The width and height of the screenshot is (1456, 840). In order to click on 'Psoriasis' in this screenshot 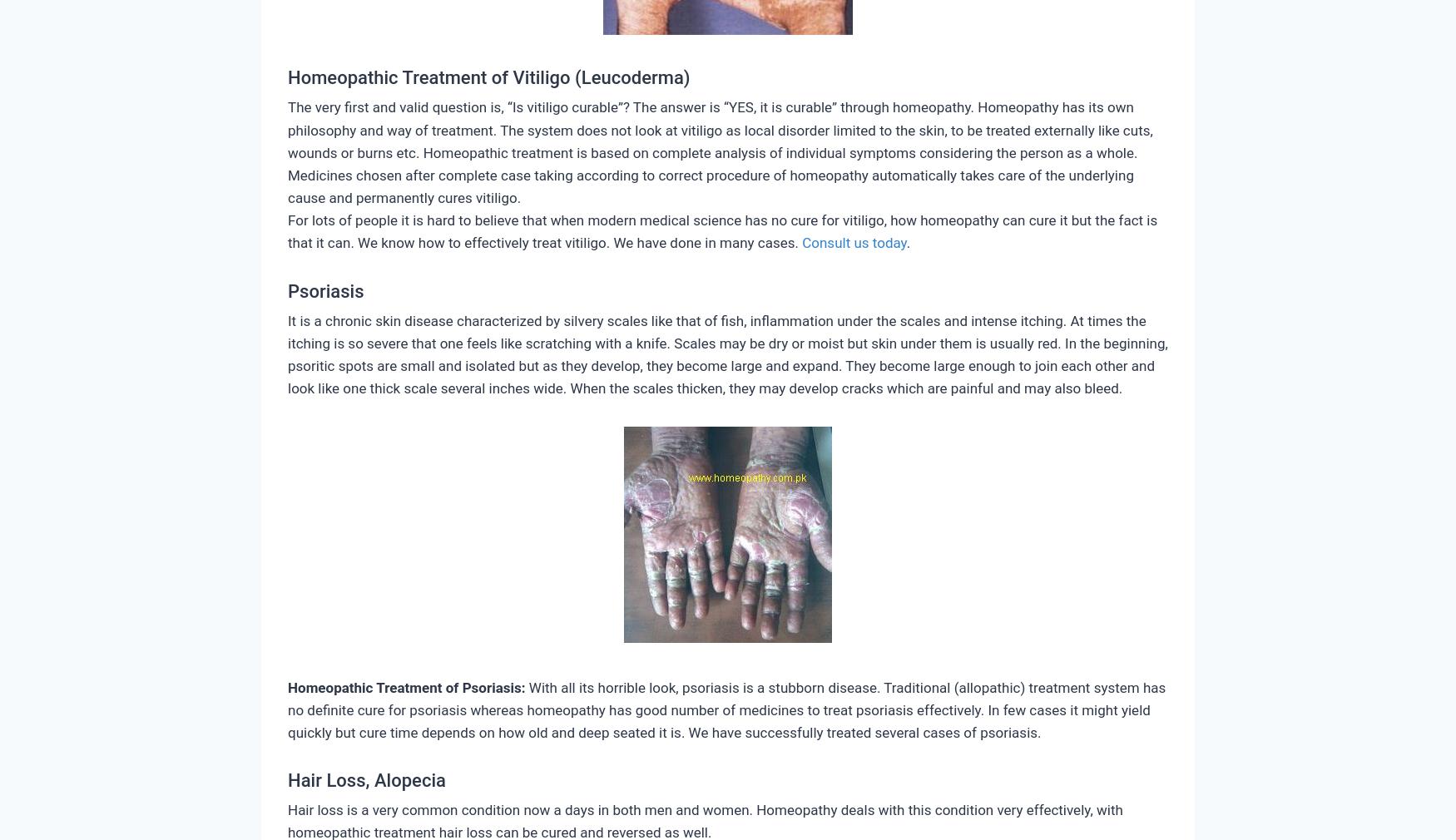, I will do `click(324, 290)`.